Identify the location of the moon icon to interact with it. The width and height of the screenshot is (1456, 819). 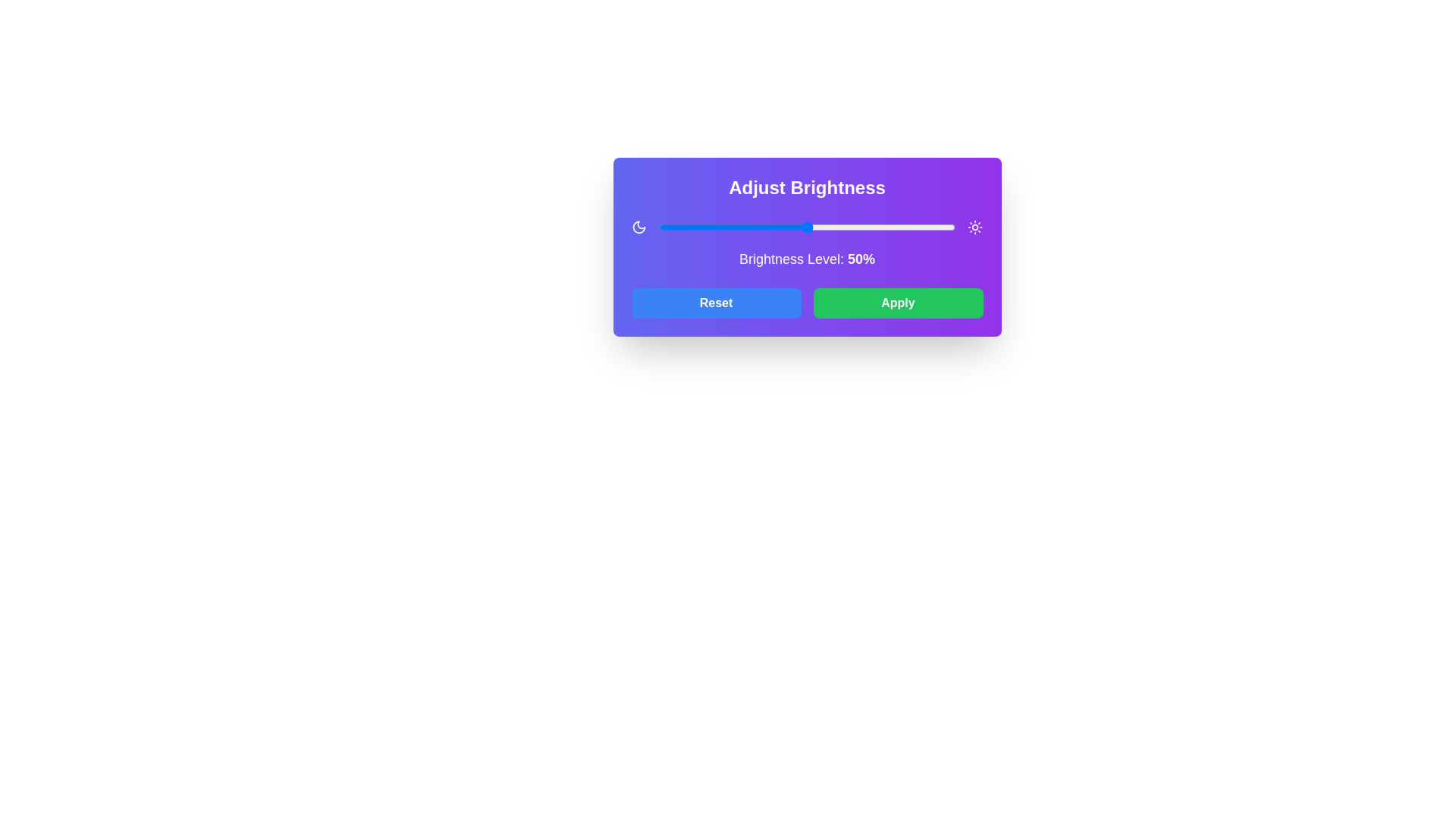
(639, 227).